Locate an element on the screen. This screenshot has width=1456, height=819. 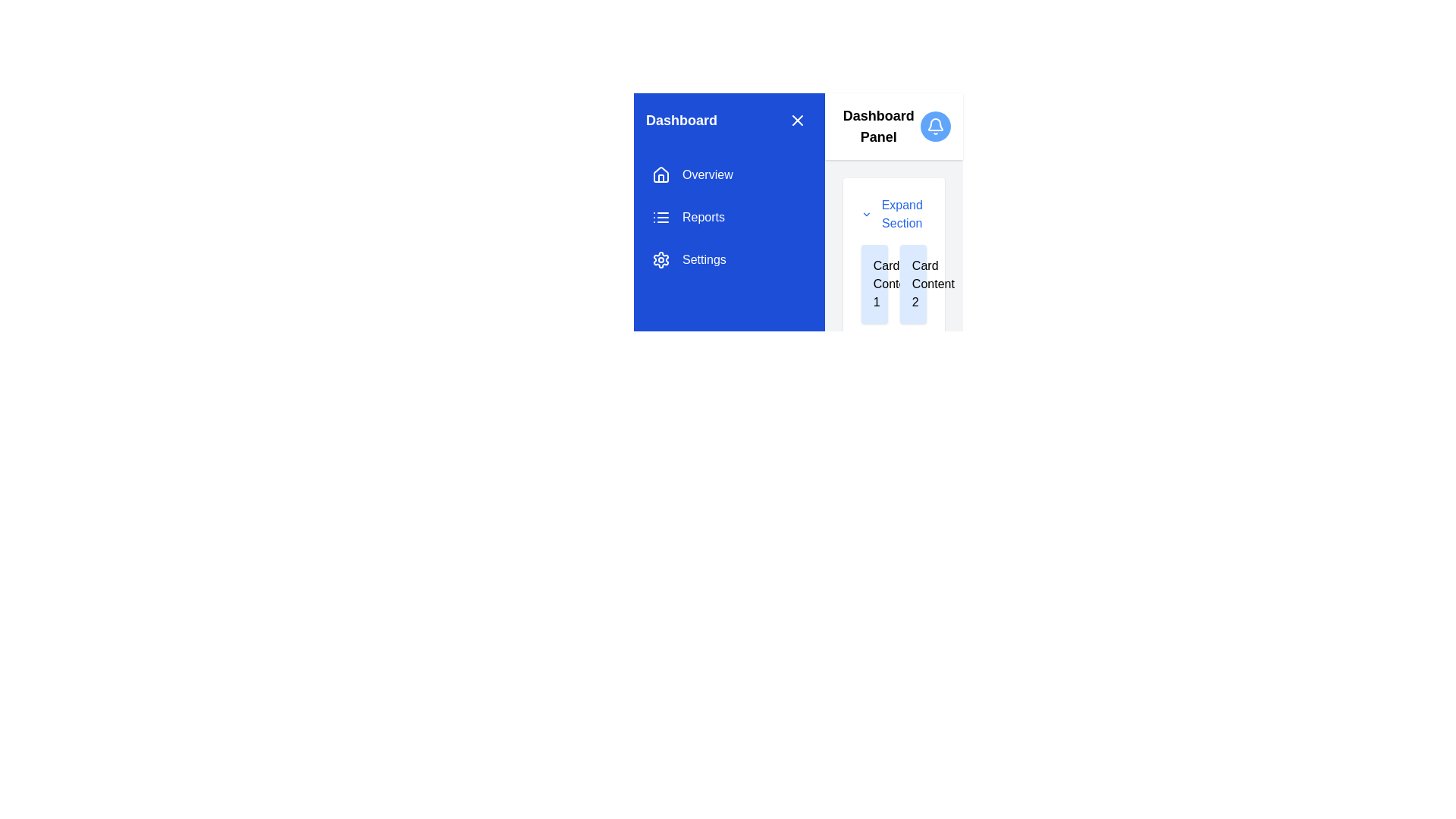
on the bell-shaped notification icon with a circular blue background located at the top-right corner of the interface, near the 'Dashboard' title is located at coordinates (934, 125).